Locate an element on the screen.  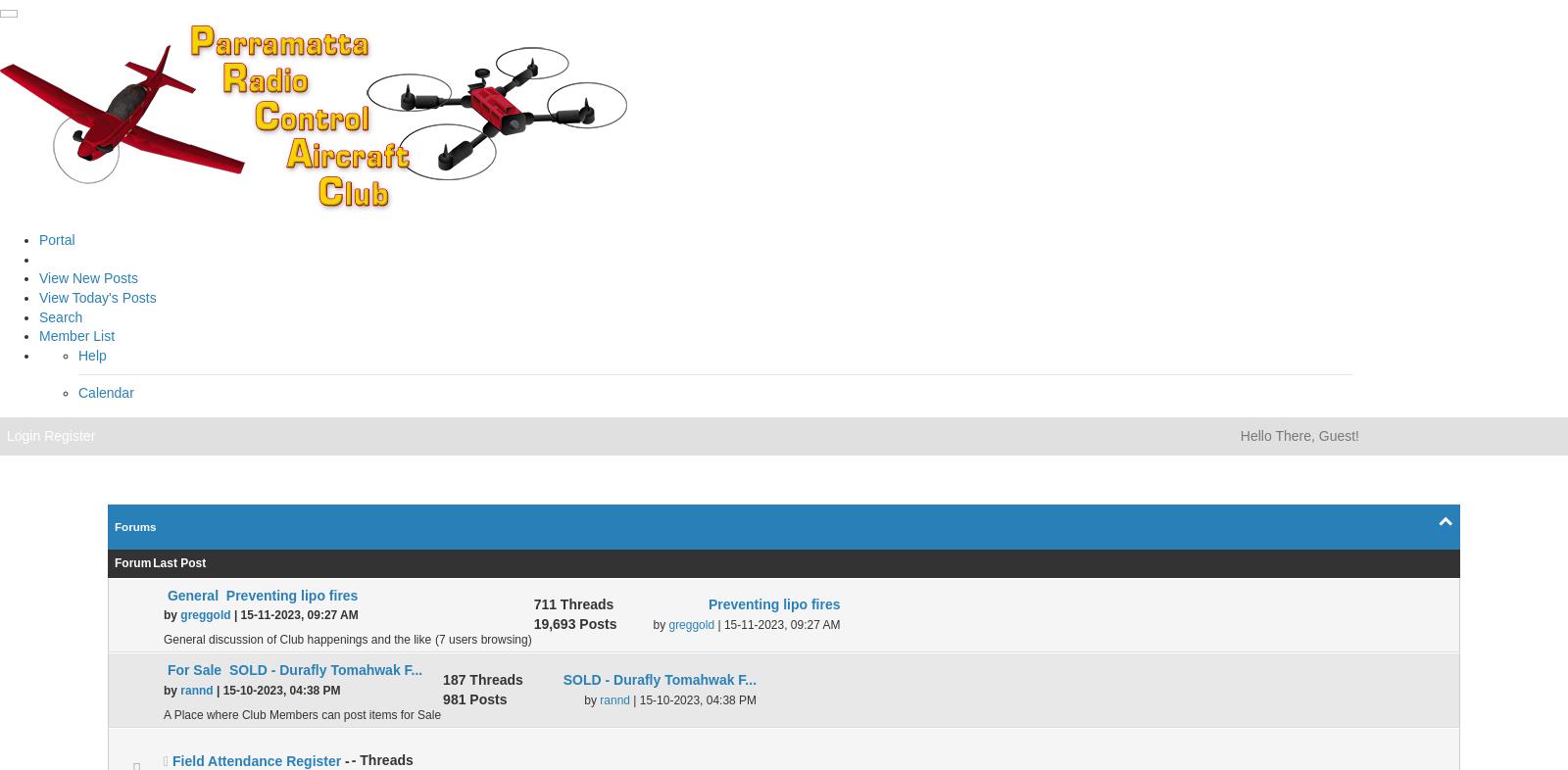
'Hello There, Guest!' is located at coordinates (1298, 434).